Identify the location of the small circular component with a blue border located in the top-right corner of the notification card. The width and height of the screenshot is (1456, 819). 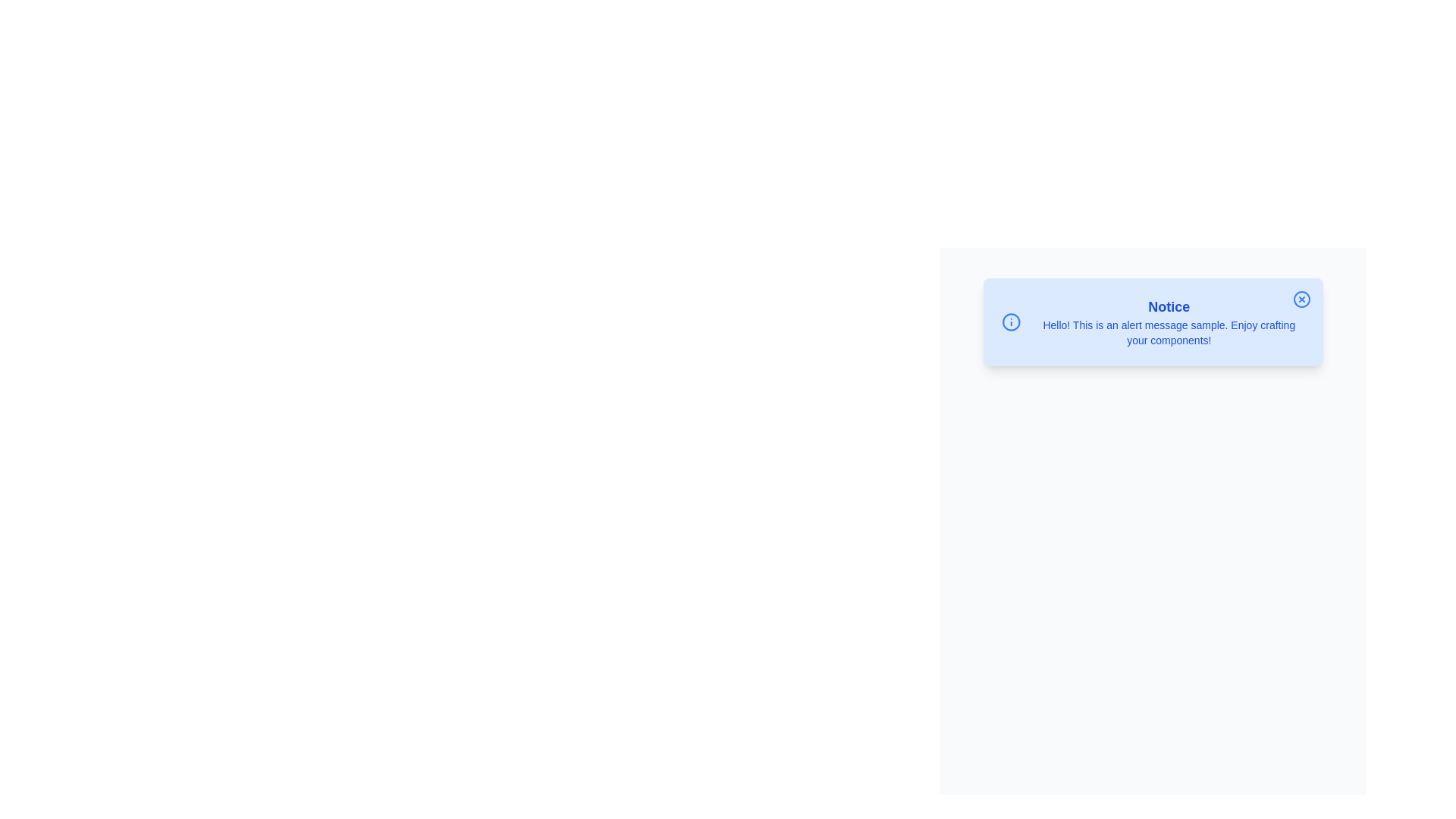
(1301, 299).